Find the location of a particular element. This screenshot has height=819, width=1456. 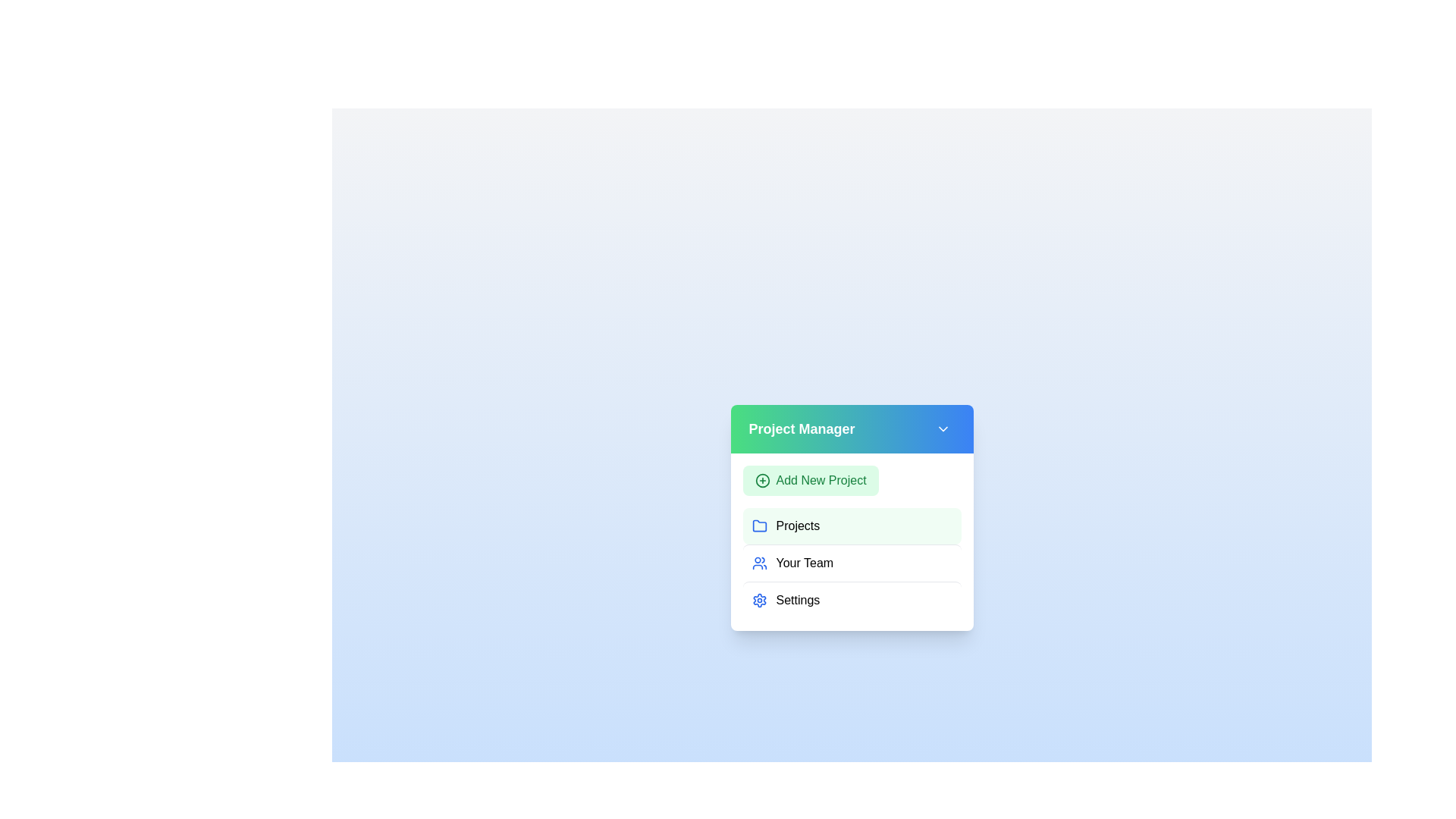

the menu item Your Team by clicking on it is located at coordinates (852, 563).